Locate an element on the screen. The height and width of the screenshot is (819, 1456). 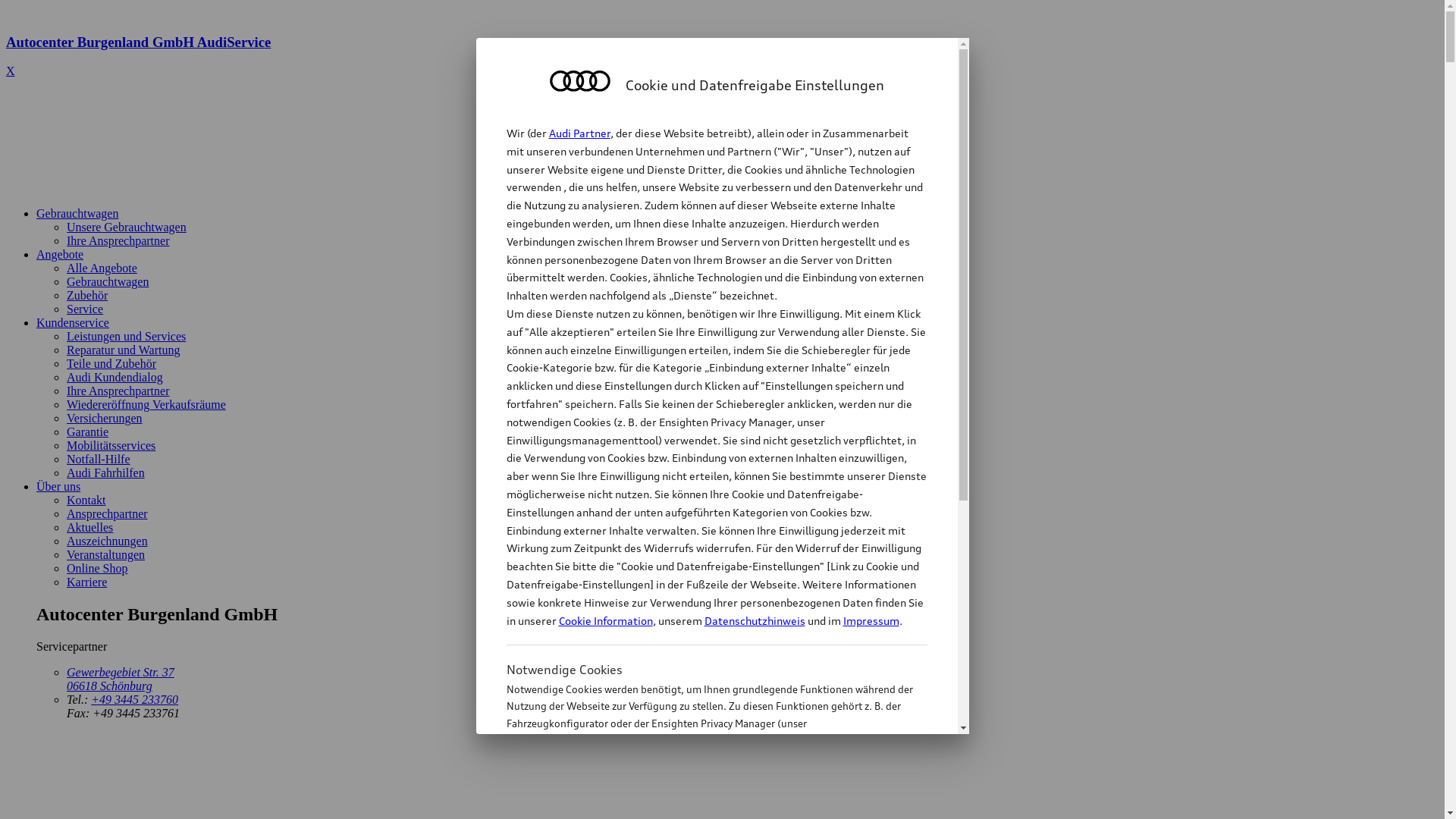
'Angebote' is located at coordinates (59, 253).